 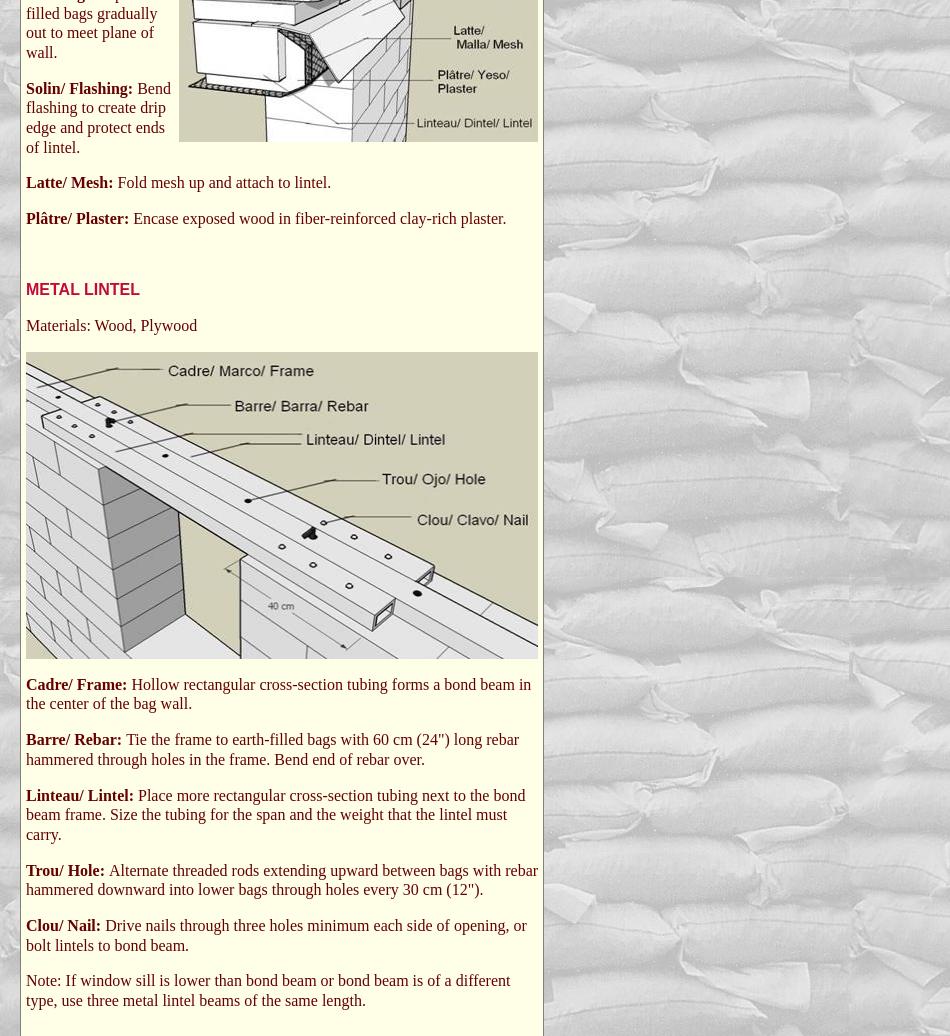 I want to click on 'Hollow rectangular cross-section tubing forms a bond beam in the center of the bag wall.', so click(x=277, y=693).